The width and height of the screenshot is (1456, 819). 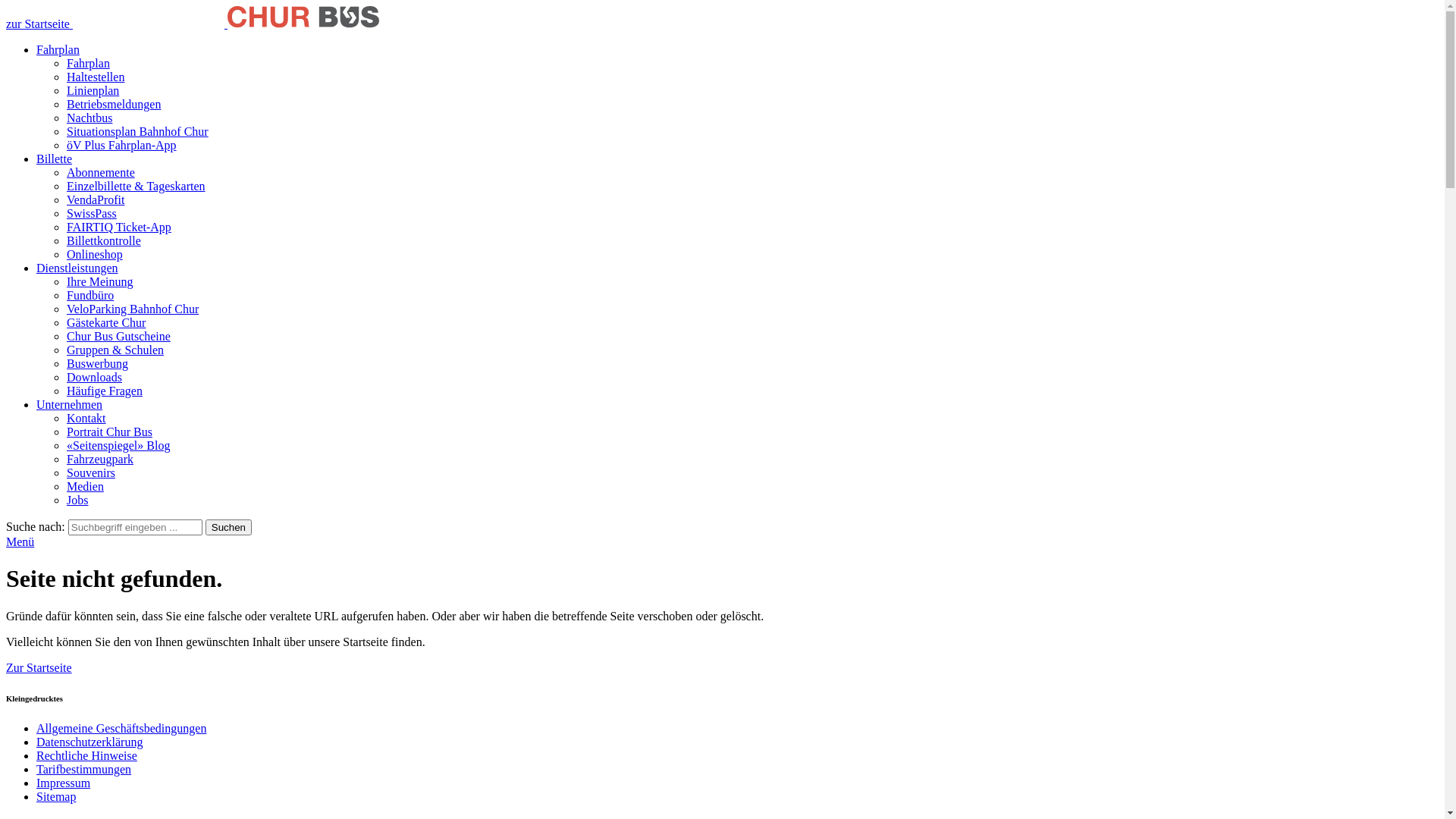 What do you see at coordinates (36, 755) in the screenshot?
I see `'Rechtliche Hinweise'` at bounding box center [36, 755].